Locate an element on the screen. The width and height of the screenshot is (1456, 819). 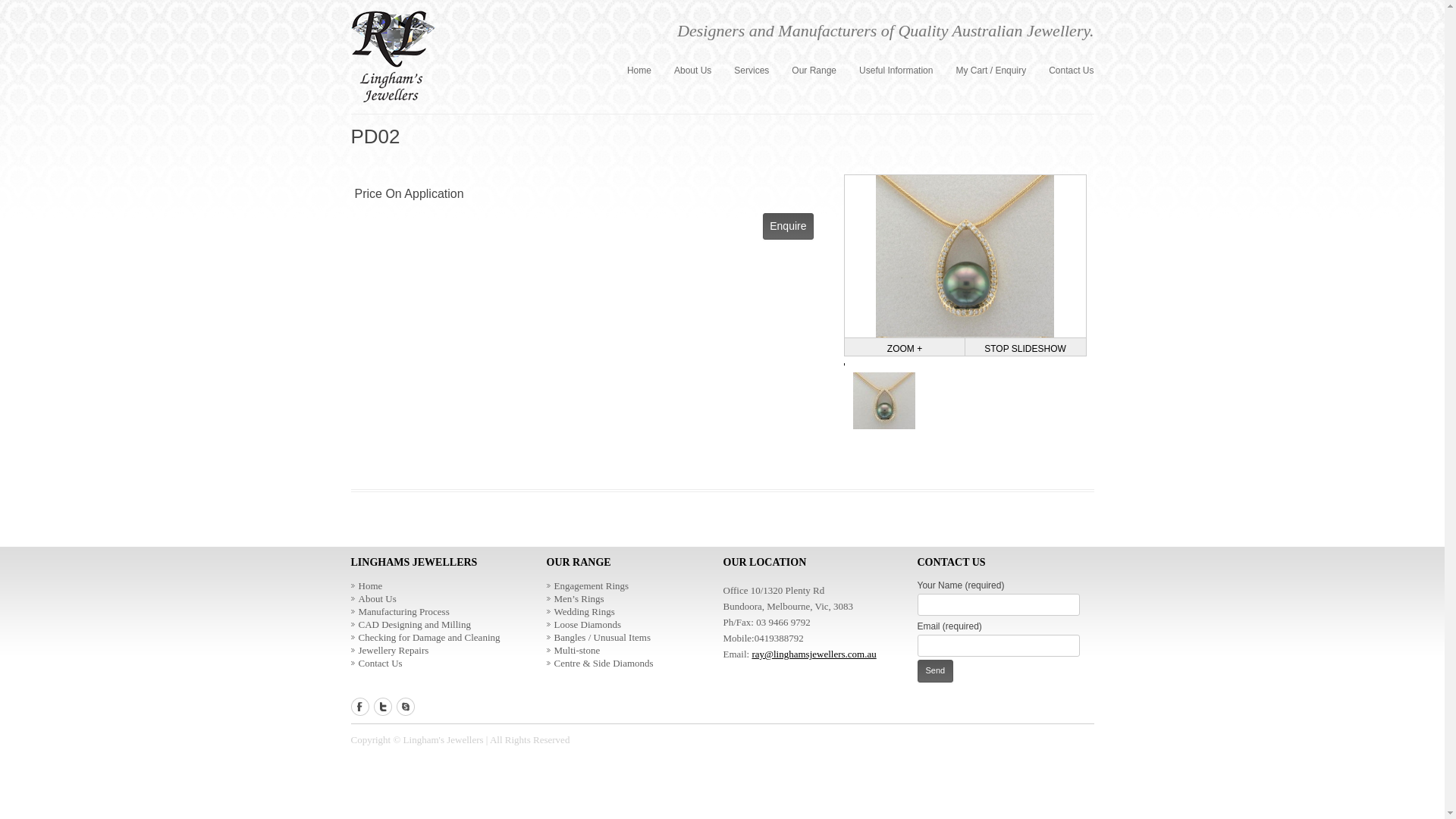
'About Us' is located at coordinates (372, 598).